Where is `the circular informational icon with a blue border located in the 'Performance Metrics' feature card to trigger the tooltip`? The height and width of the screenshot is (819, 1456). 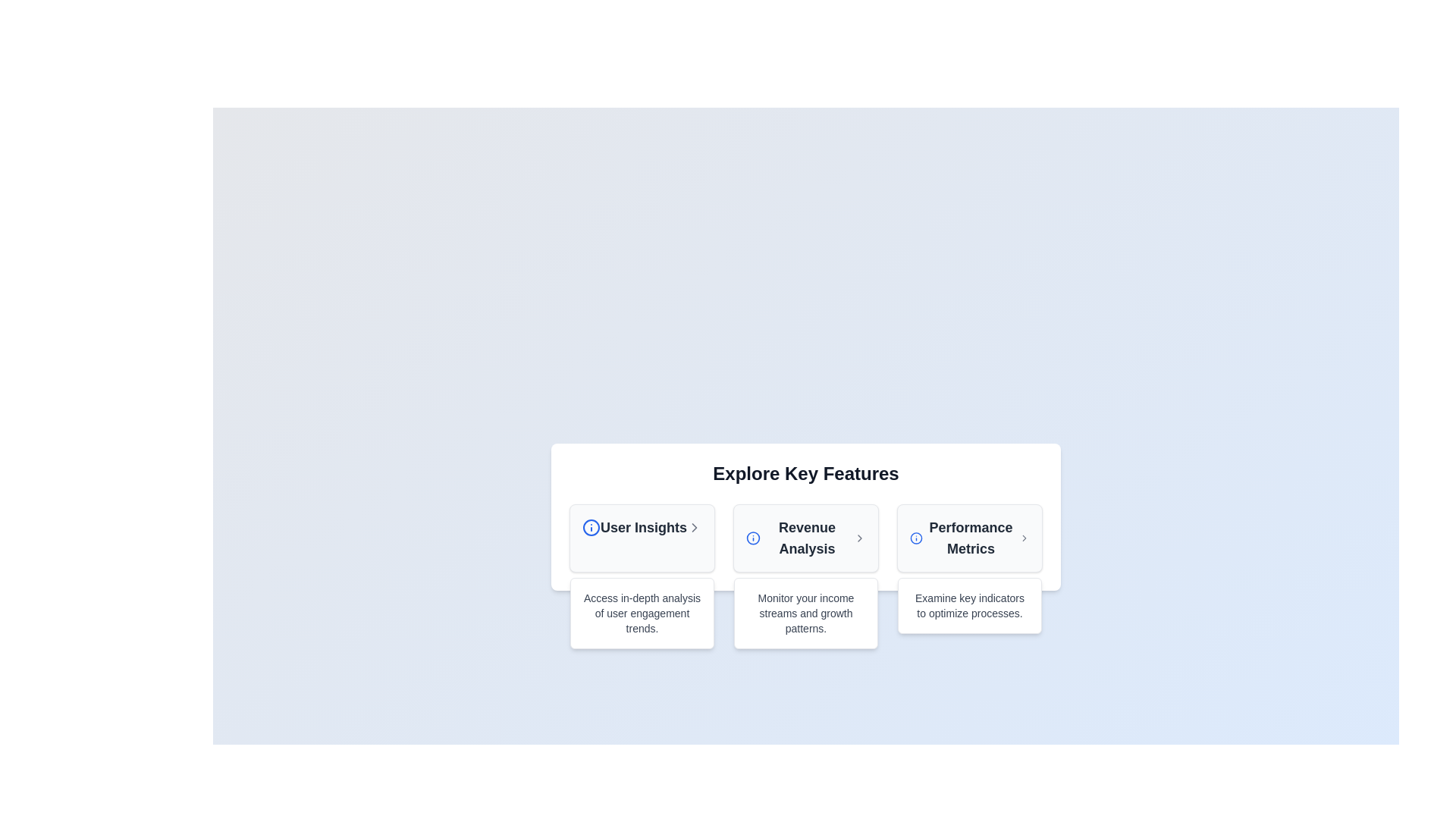
the circular informational icon with a blue border located in the 'Performance Metrics' feature card to trigger the tooltip is located at coordinates (915, 537).